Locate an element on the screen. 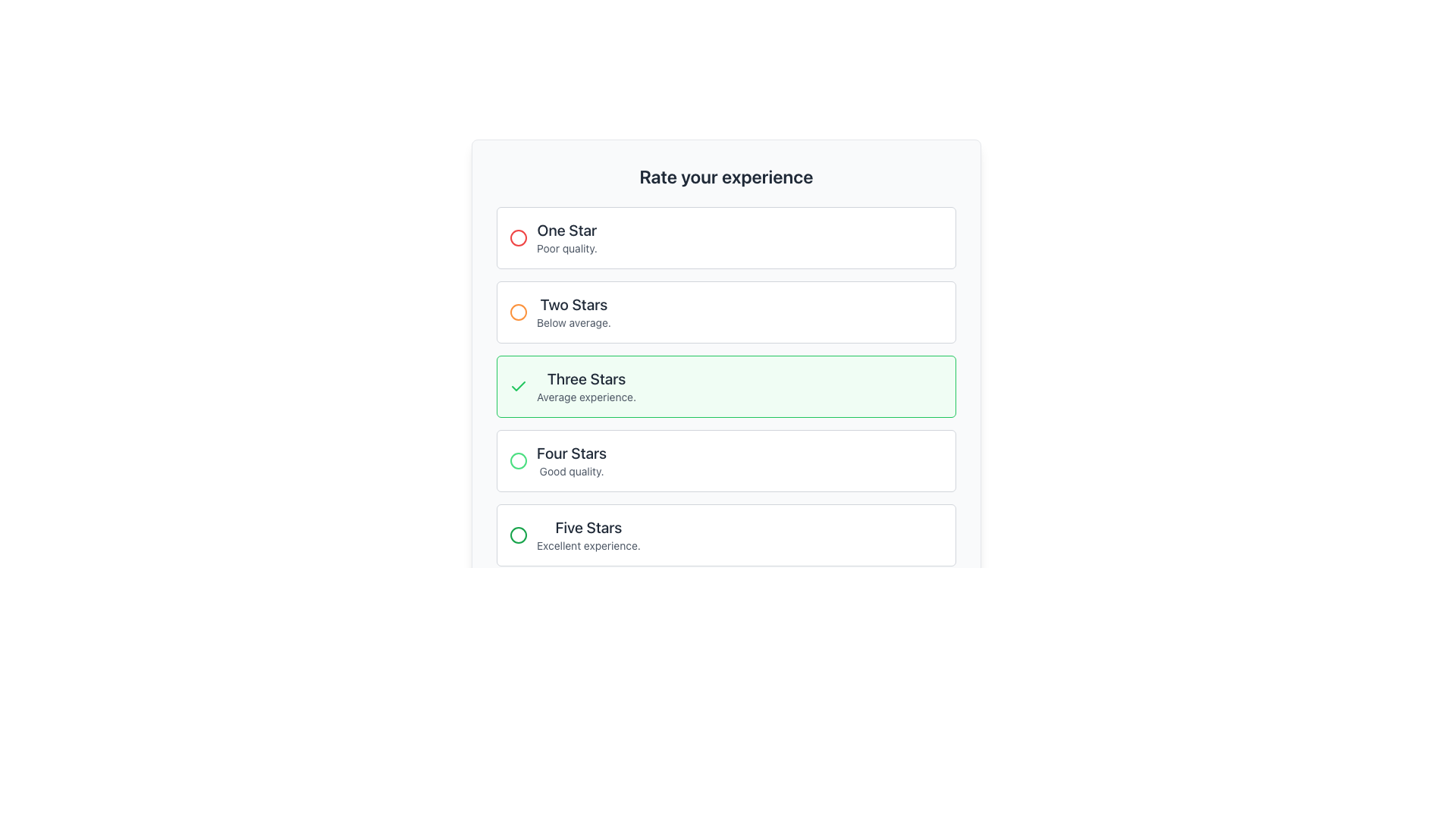  the green checkmark icon indicating a selected state in the third row of the 'Rate your experience' list, located to the left of the 'Three Stars' text is located at coordinates (519, 385).